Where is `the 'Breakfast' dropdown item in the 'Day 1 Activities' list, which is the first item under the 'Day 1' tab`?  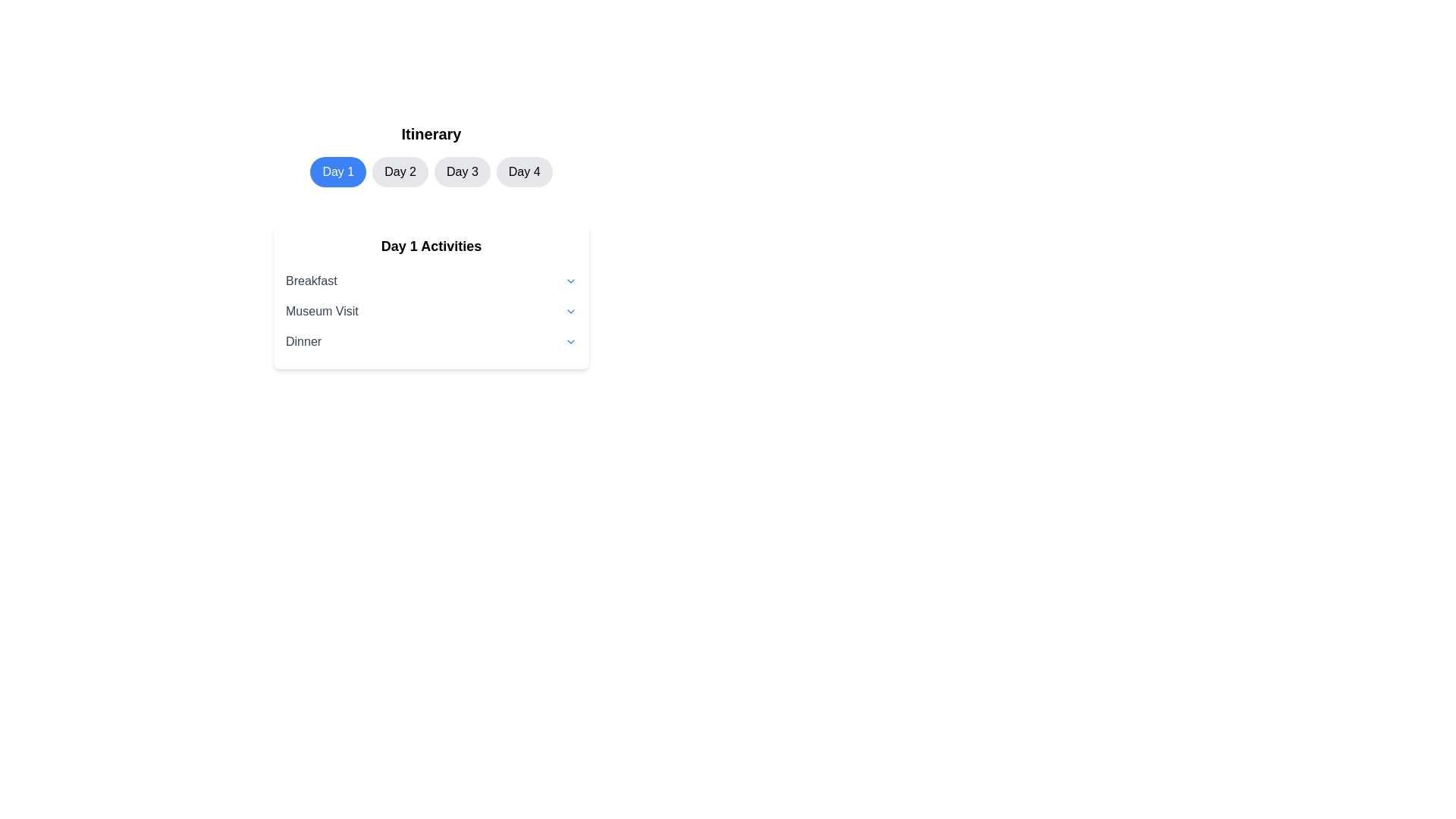
the 'Breakfast' dropdown item in the 'Day 1 Activities' list, which is the first item under the 'Day 1' tab is located at coordinates (431, 281).